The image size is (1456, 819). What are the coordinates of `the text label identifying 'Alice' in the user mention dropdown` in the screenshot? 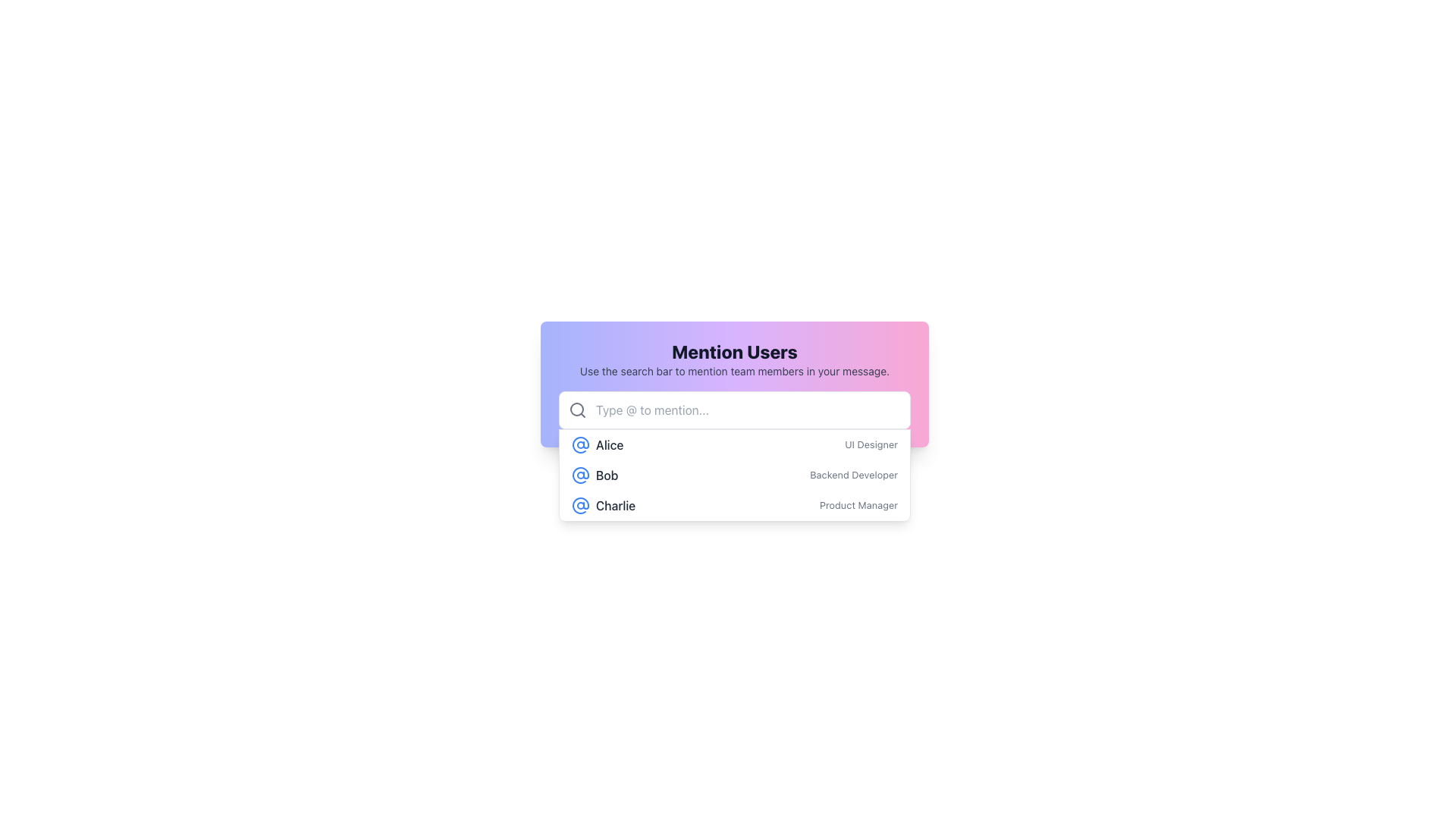 It's located at (597, 444).